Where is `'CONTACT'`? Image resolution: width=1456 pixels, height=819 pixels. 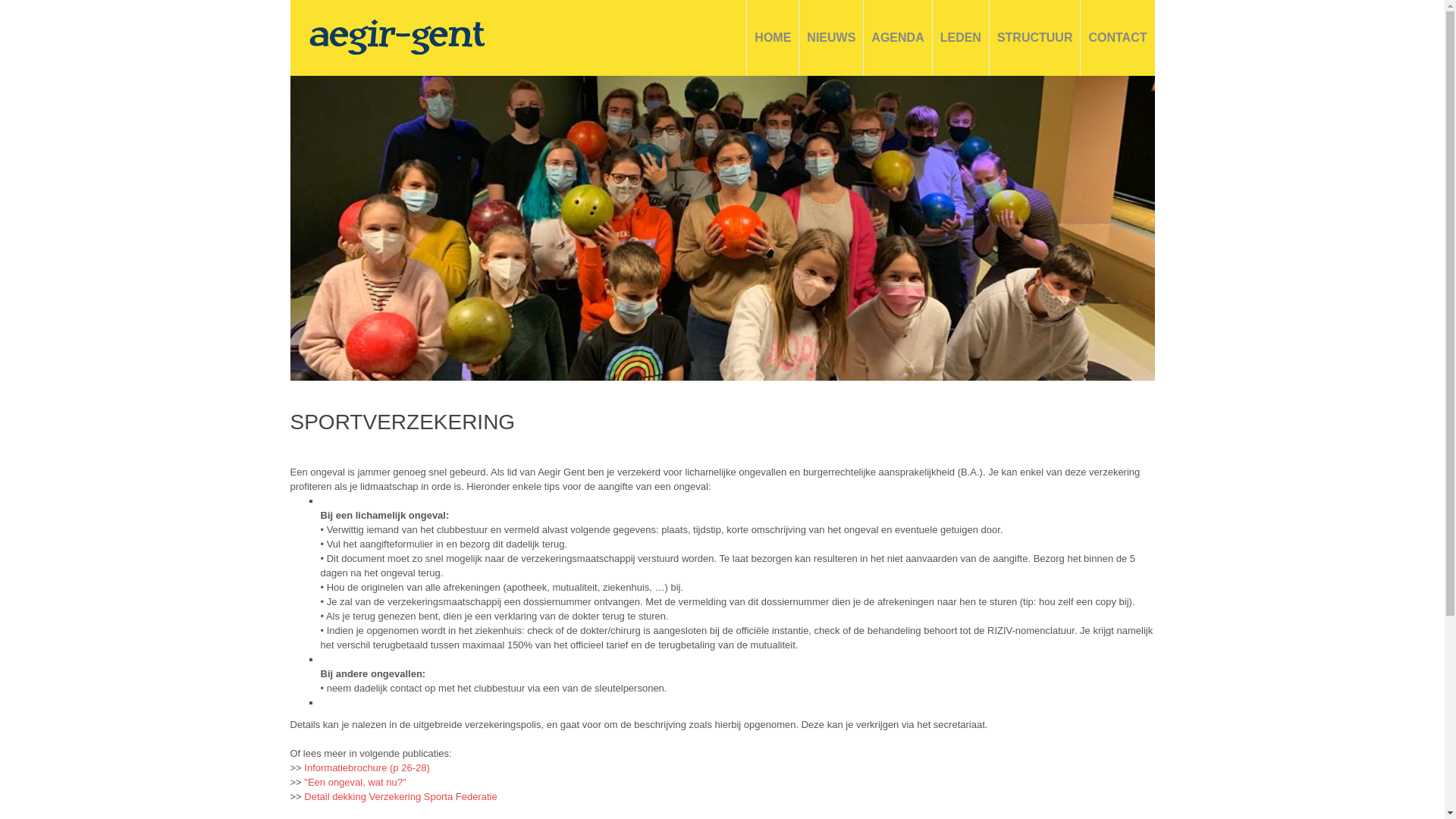
'CONTACT' is located at coordinates (1117, 37).